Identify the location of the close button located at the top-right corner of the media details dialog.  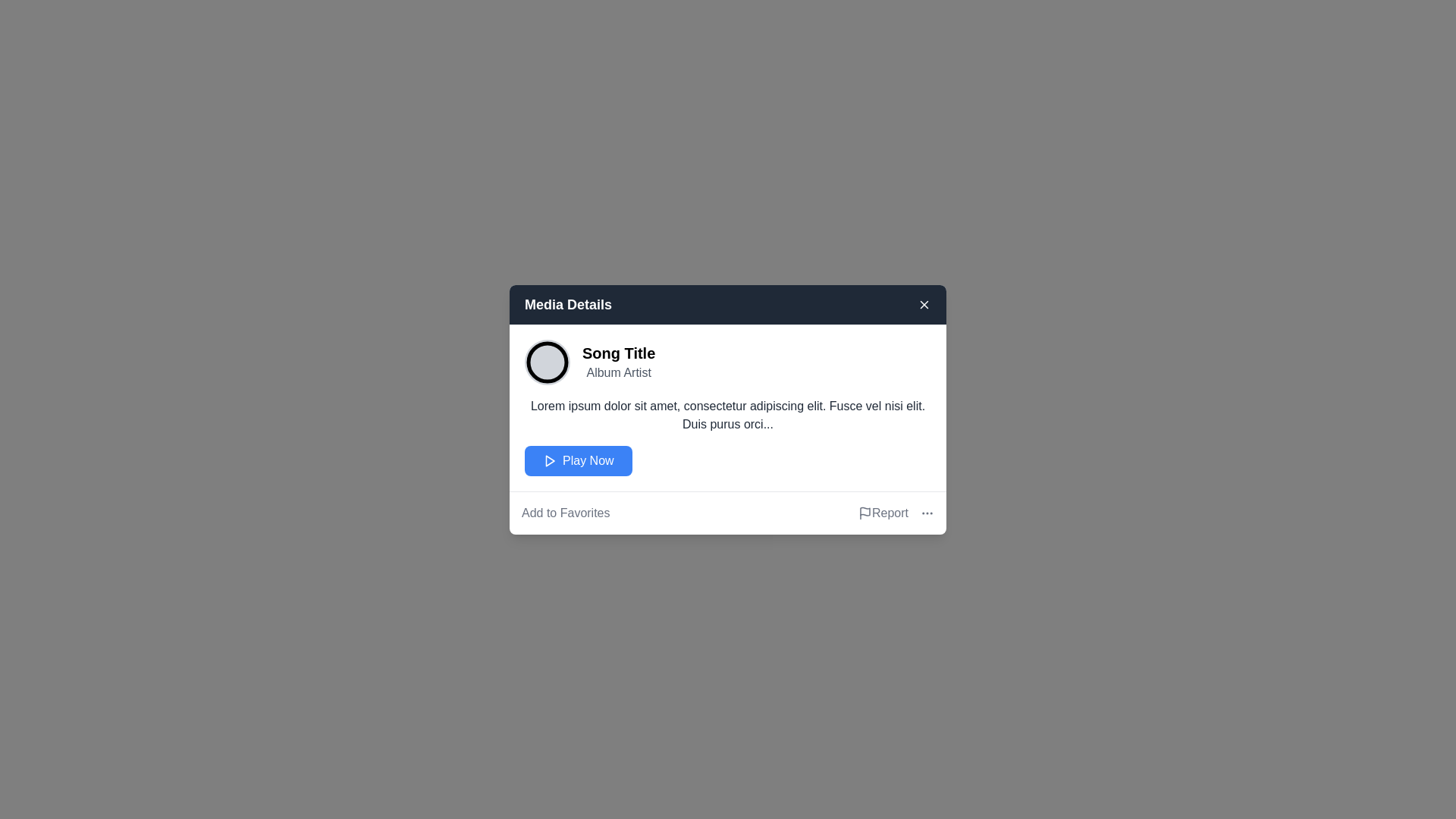
(924, 304).